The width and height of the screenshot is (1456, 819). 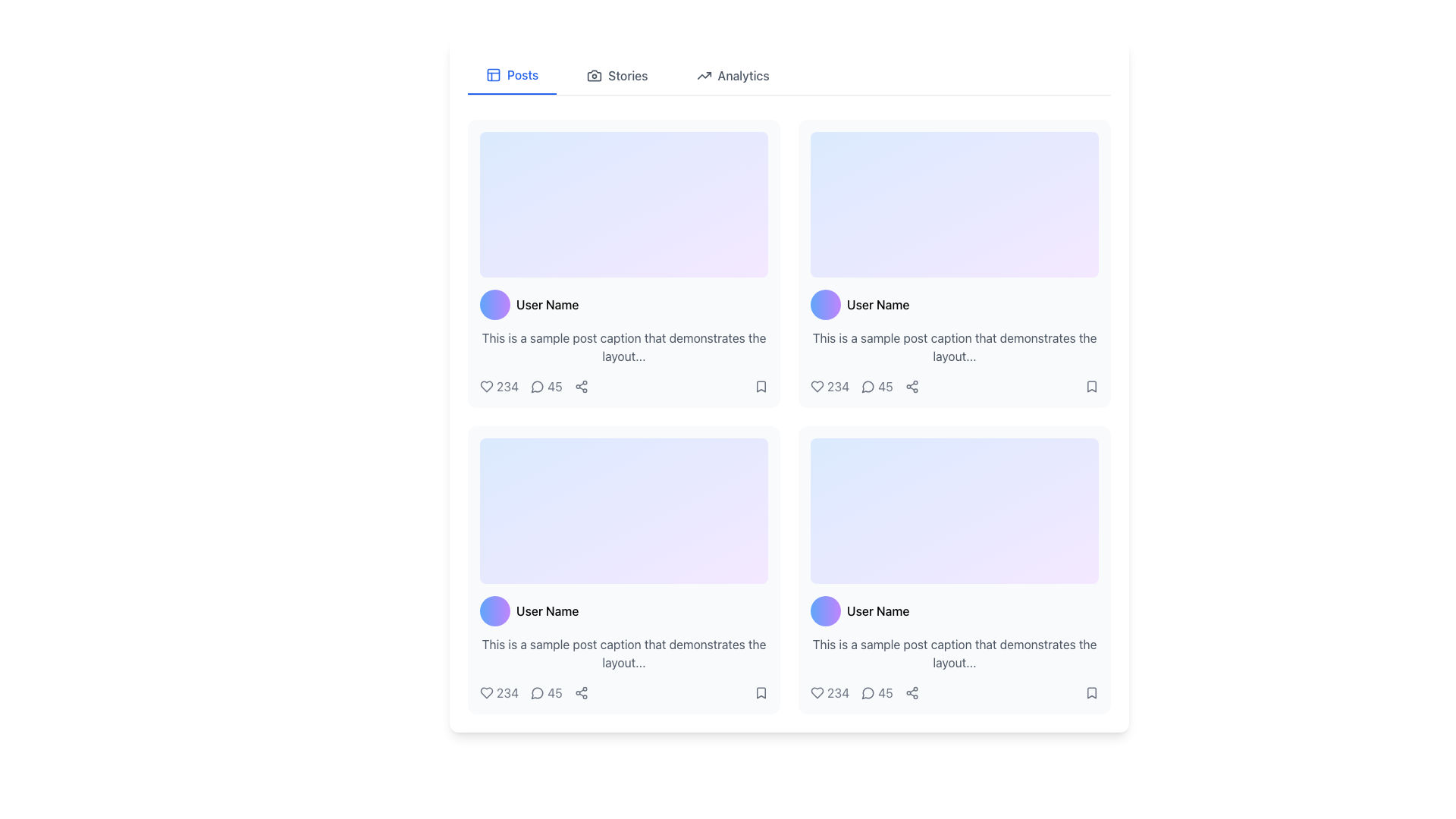 I want to click on the numerical label '45' next to the speech bubble icon, so click(x=877, y=693).